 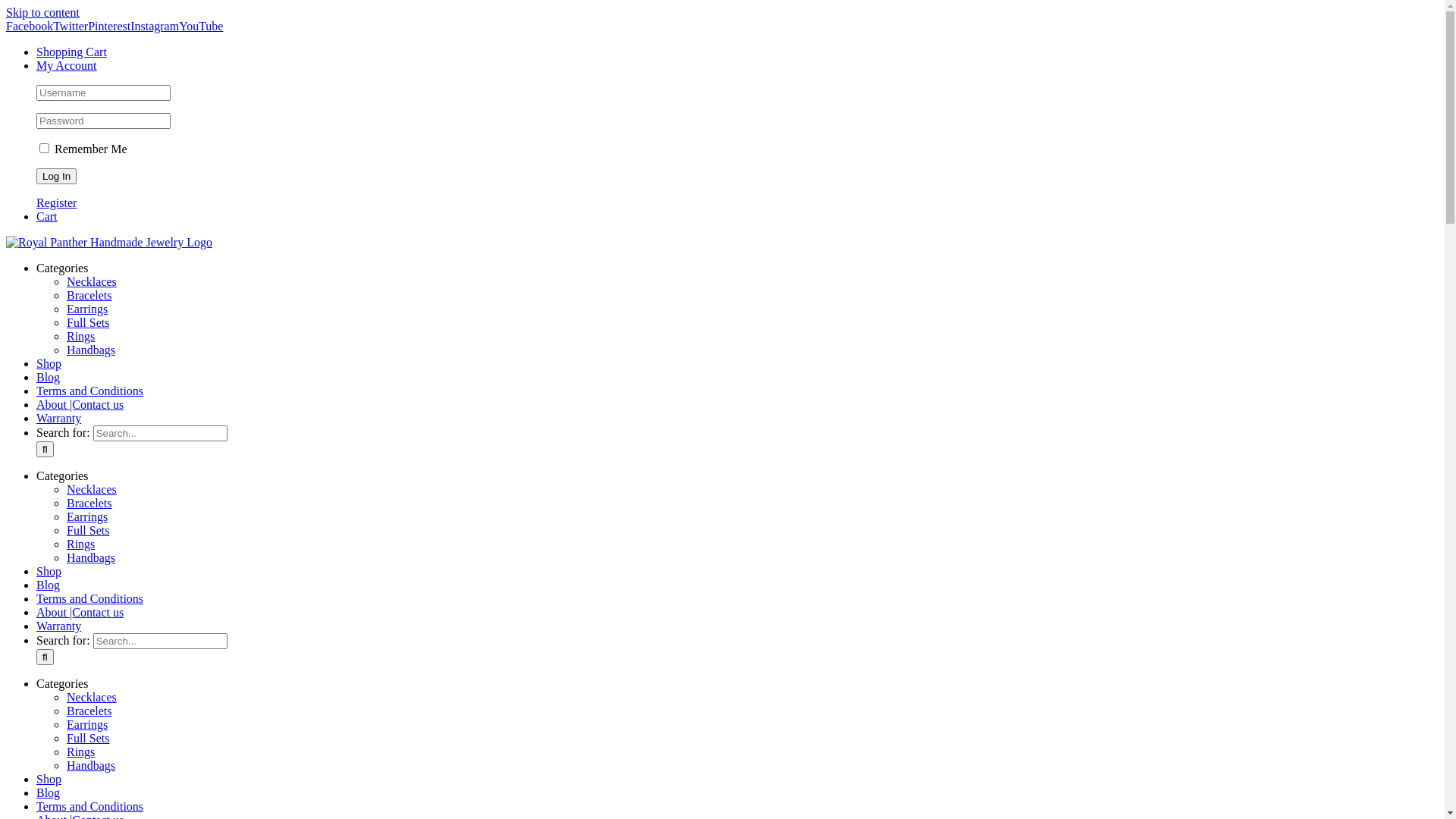 I want to click on 'YouTube', so click(x=199, y=26).